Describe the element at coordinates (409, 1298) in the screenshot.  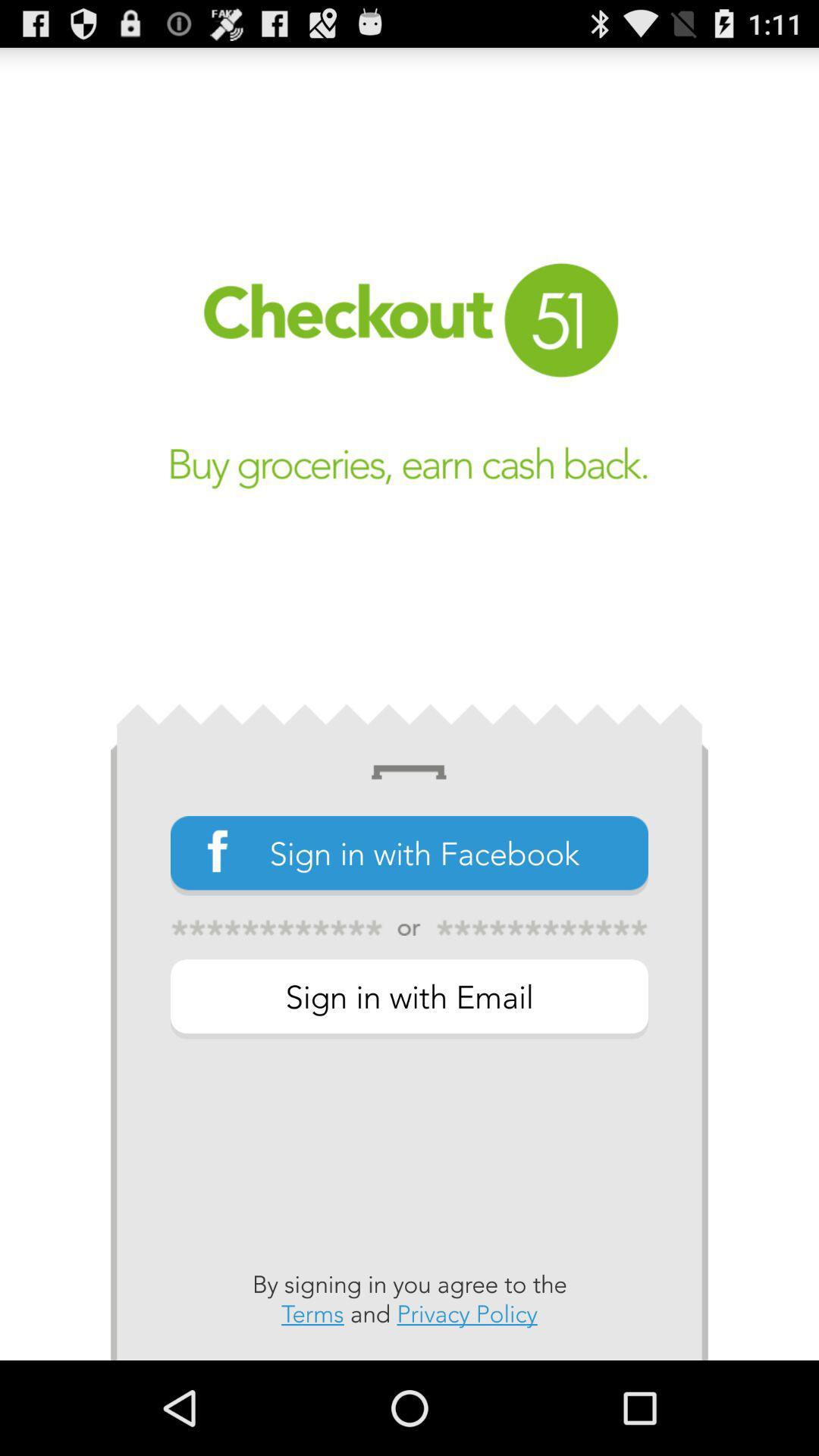
I see `by signing in app` at that location.